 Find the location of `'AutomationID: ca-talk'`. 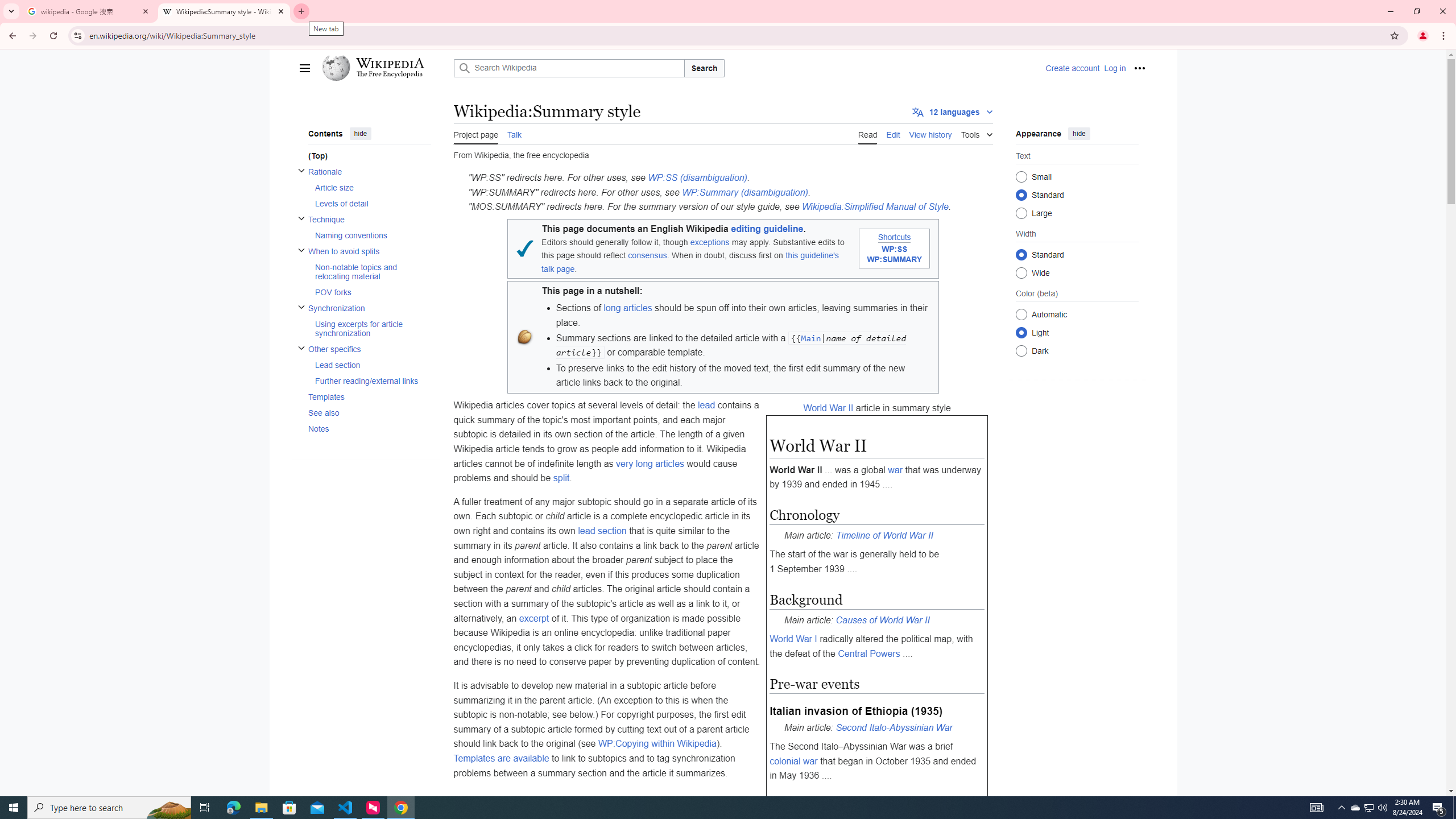

'AutomationID: ca-talk' is located at coordinates (514, 133).